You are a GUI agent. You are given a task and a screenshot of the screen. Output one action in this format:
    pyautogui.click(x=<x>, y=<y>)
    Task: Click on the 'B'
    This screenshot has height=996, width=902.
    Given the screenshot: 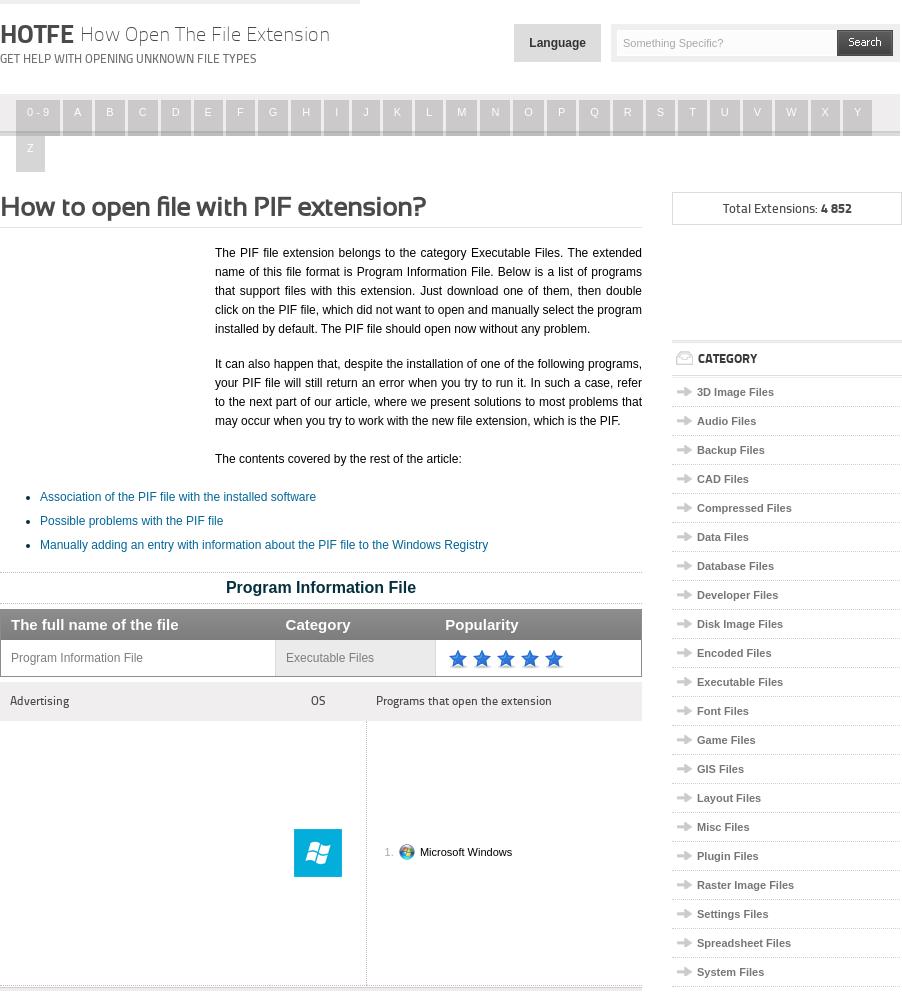 What is the action you would take?
    pyautogui.click(x=109, y=111)
    